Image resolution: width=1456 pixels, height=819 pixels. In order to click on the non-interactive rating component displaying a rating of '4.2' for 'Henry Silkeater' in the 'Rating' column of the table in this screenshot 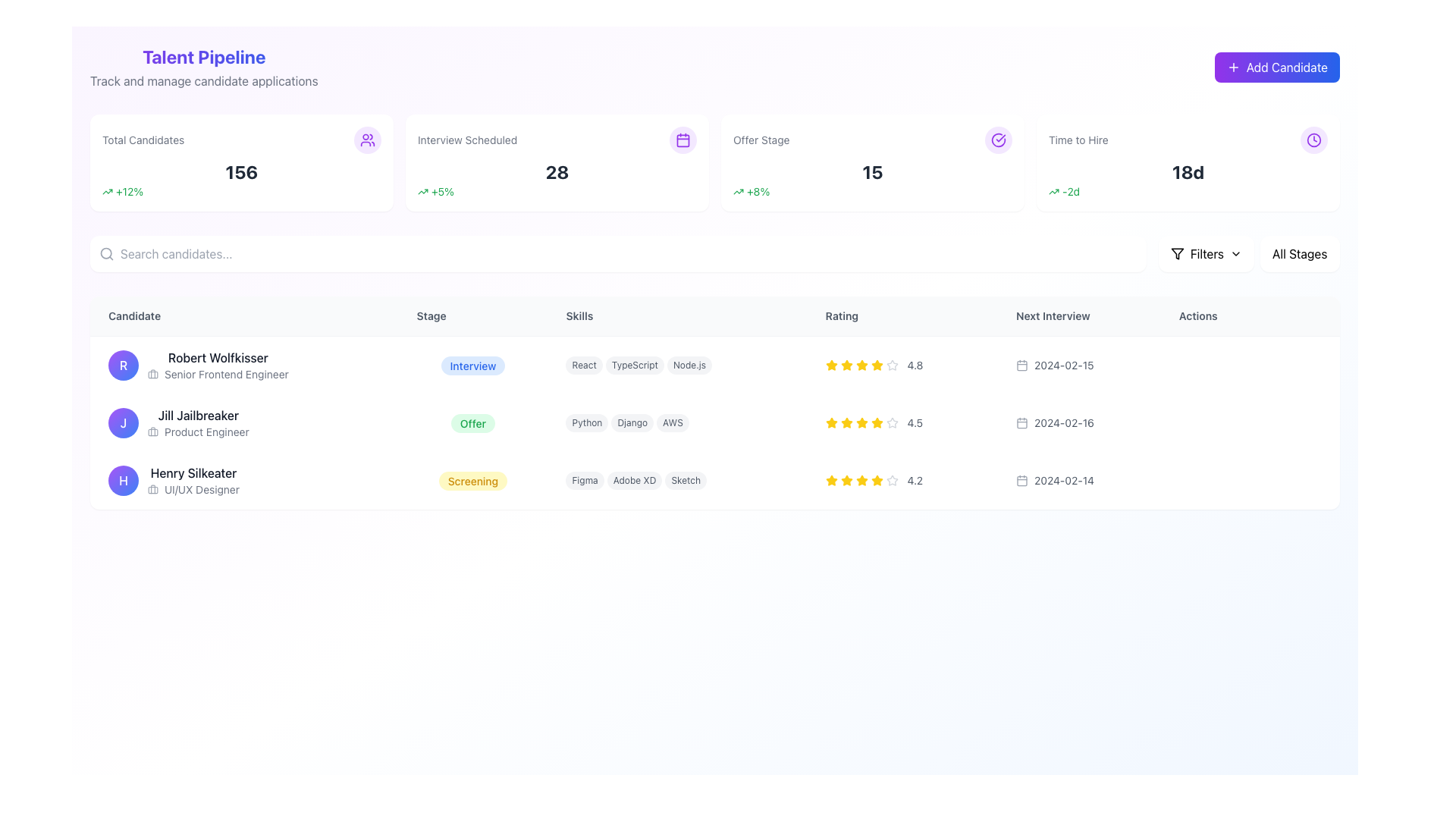, I will do `click(902, 480)`.